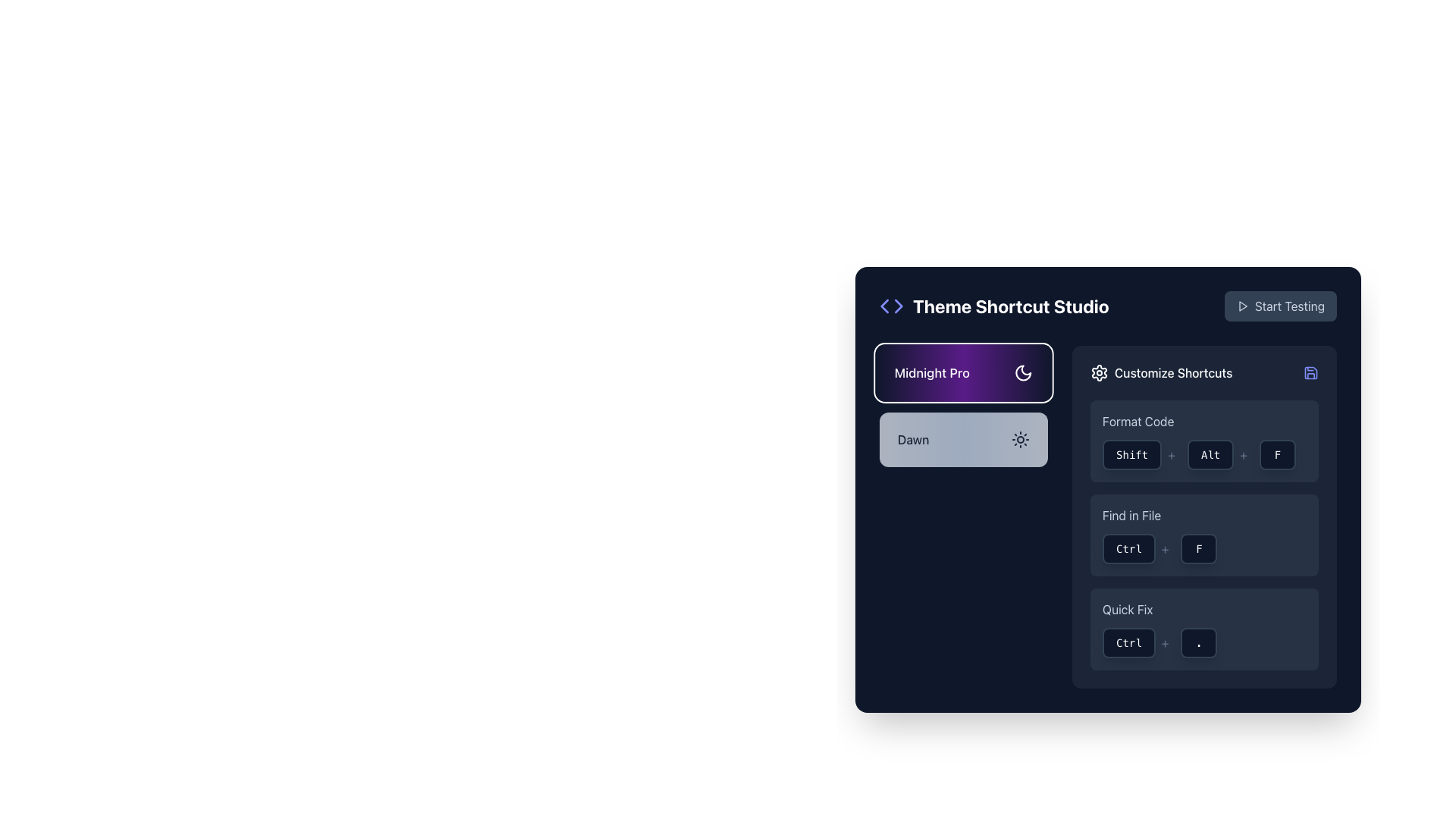  What do you see at coordinates (1023, 373) in the screenshot?
I see `the visual response of the crescent moon icon that indicates the 'Night Mode' or 'Dark Theme' selection feature, located on the right side of the 'Midnight Pro' button` at bounding box center [1023, 373].